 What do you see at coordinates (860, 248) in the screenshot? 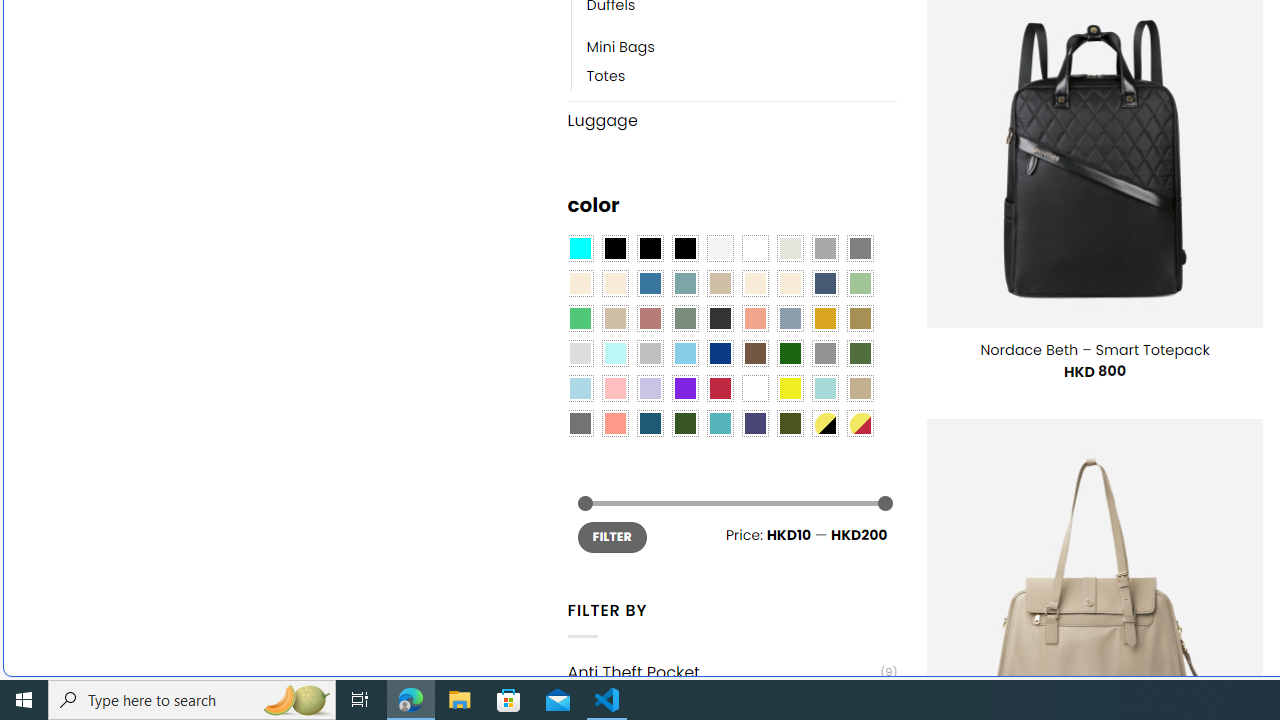
I see `'All Gray'` at bounding box center [860, 248].